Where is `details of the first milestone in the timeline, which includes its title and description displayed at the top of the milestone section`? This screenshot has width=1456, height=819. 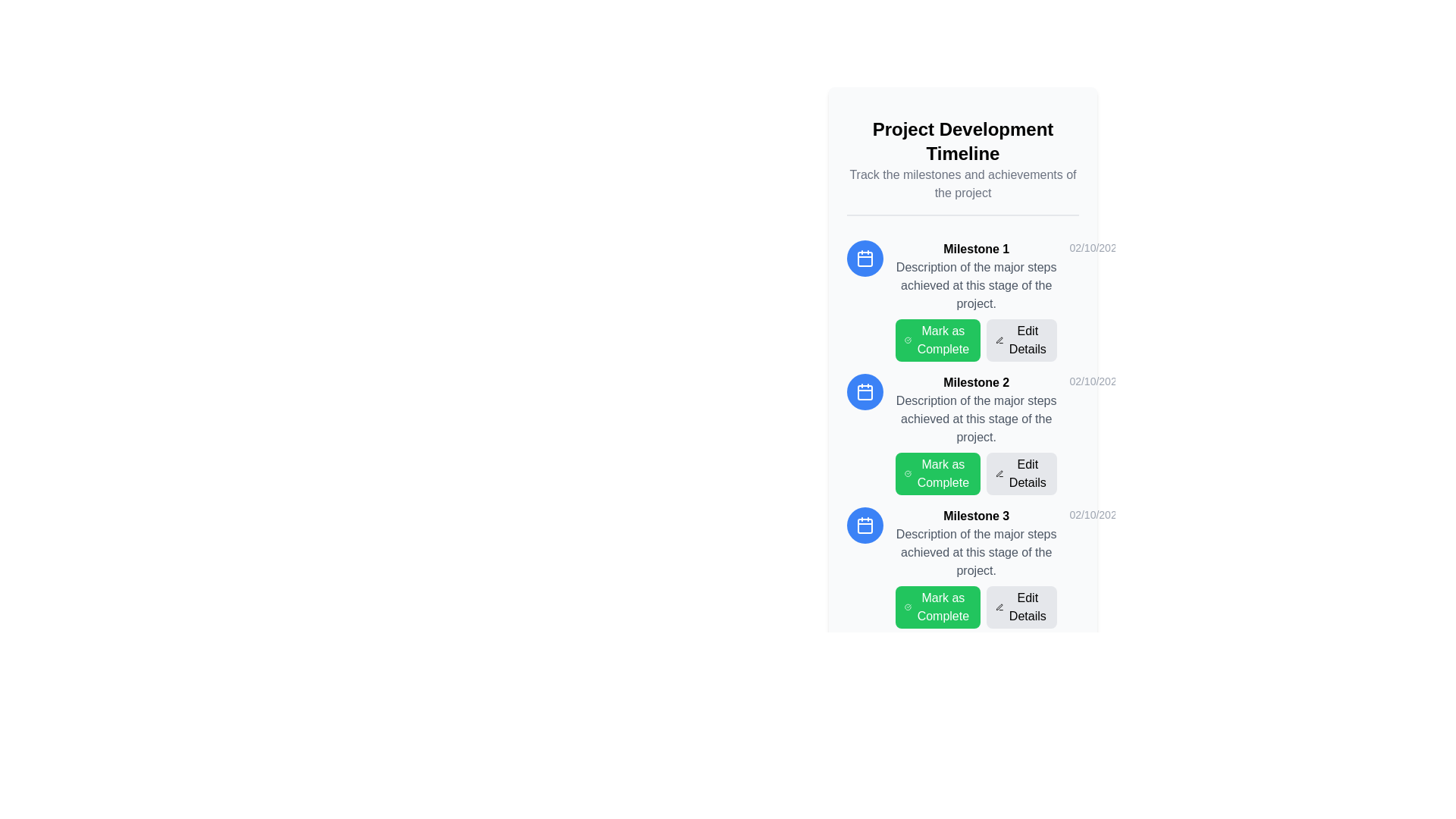
details of the first milestone in the timeline, which includes its title and description displayed at the top of the milestone section is located at coordinates (976, 301).